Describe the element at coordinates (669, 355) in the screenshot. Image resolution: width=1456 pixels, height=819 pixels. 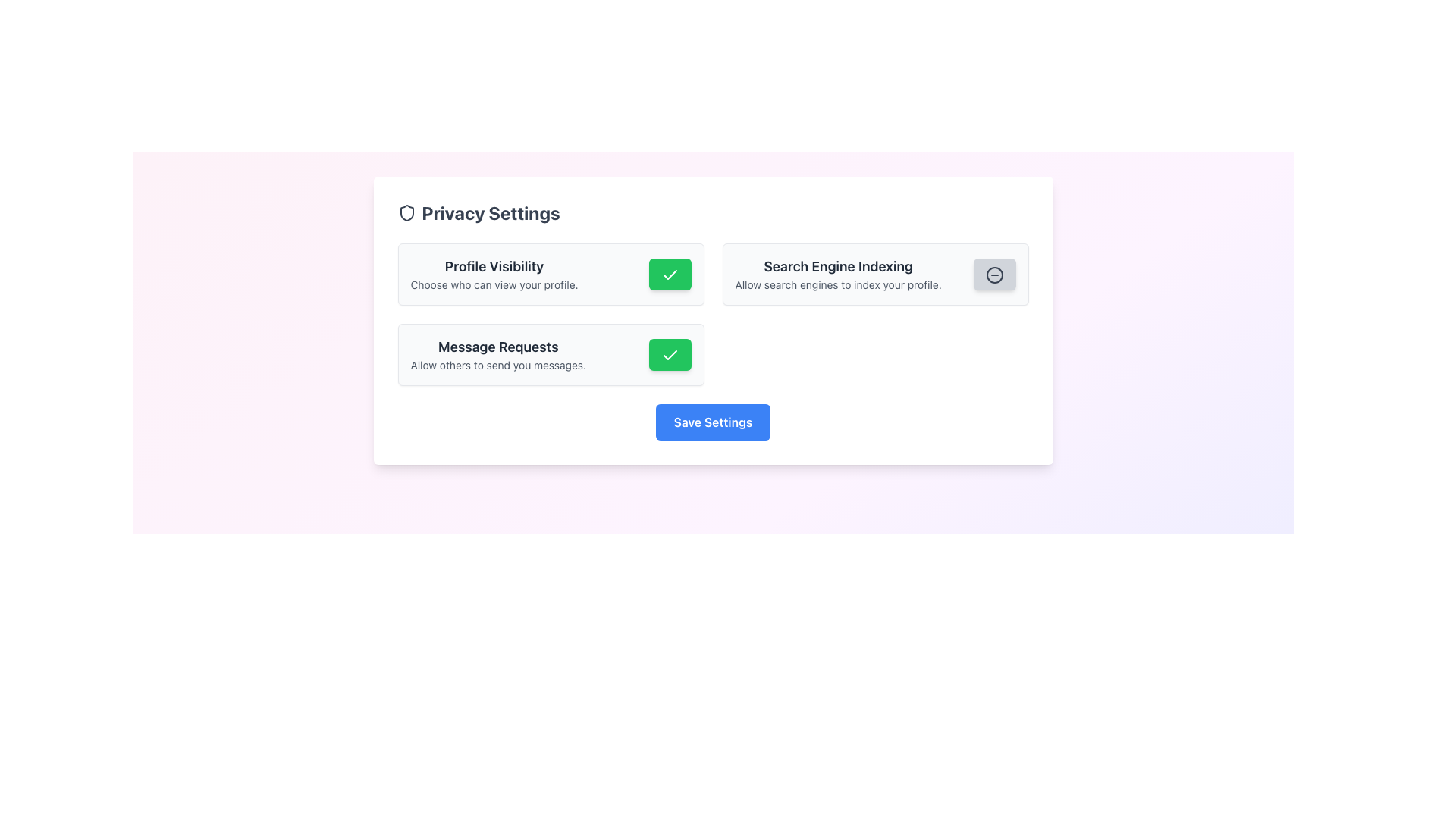
I see `the 'Message Requests' icon, which is visually represented as a green-styled button indicating that the option is toggled on in the 'Privacy Settings' section` at that location.